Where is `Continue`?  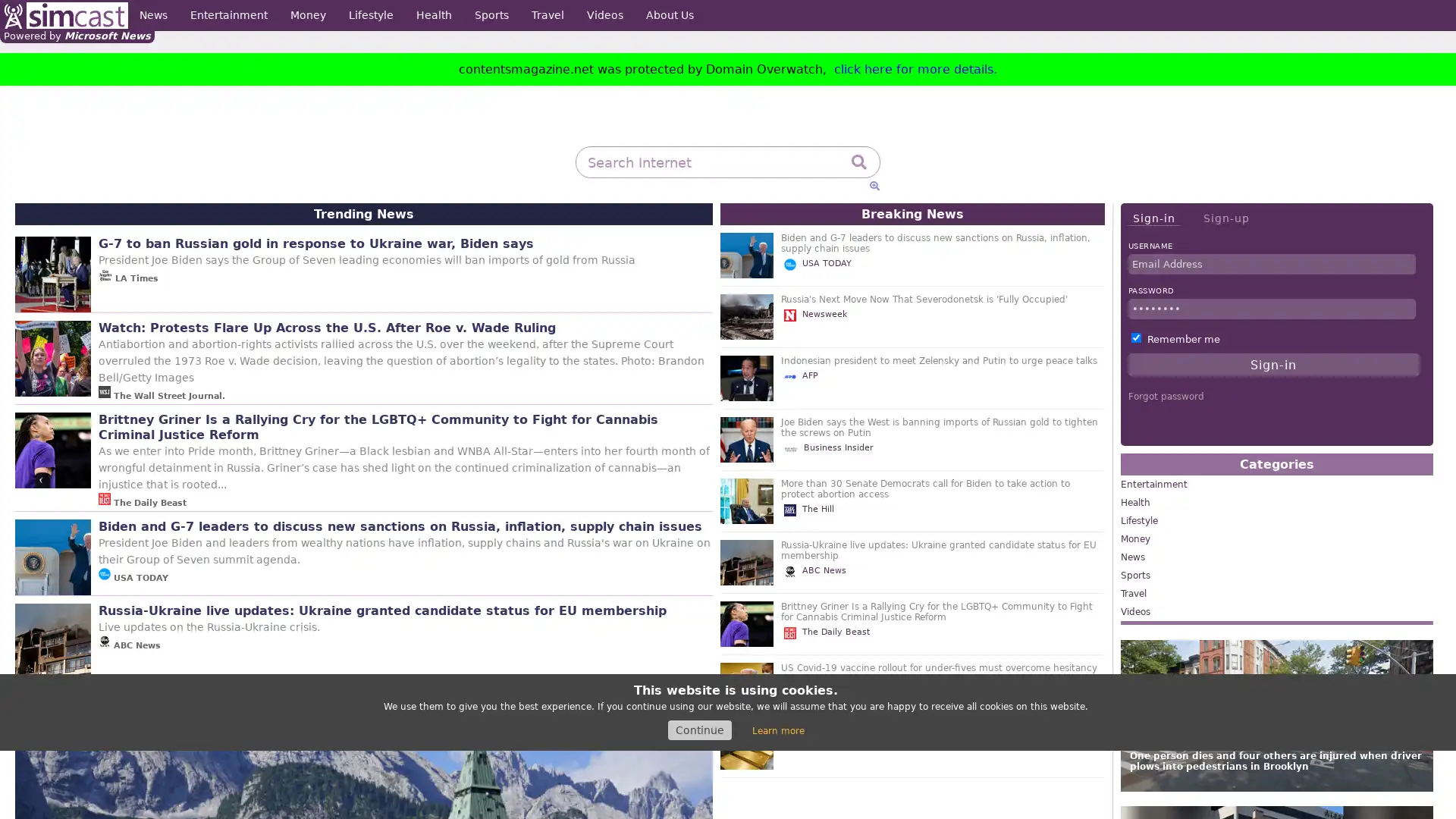 Continue is located at coordinates (698, 730).